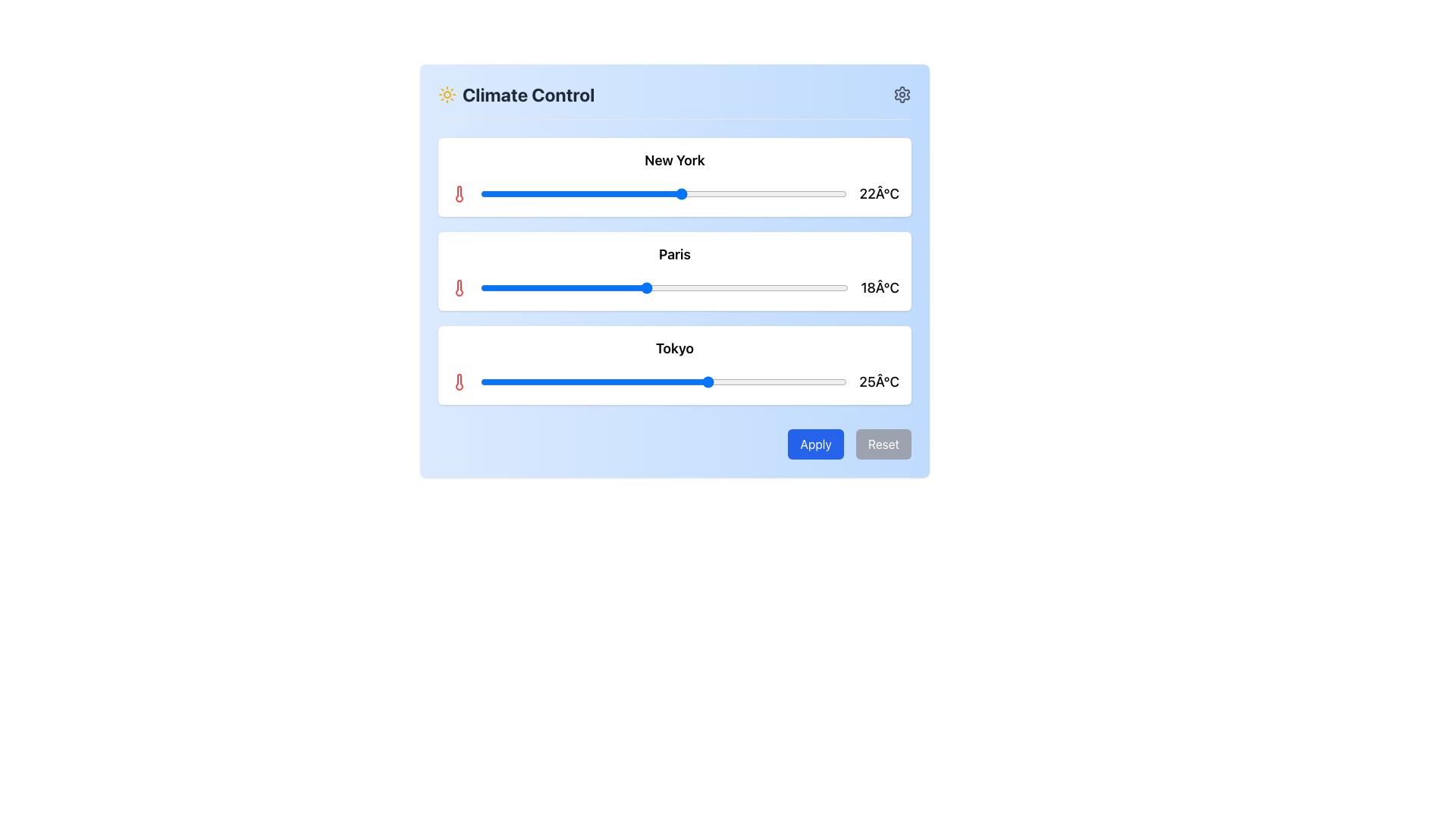  What do you see at coordinates (618, 381) in the screenshot?
I see `the temperature` at bounding box center [618, 381].